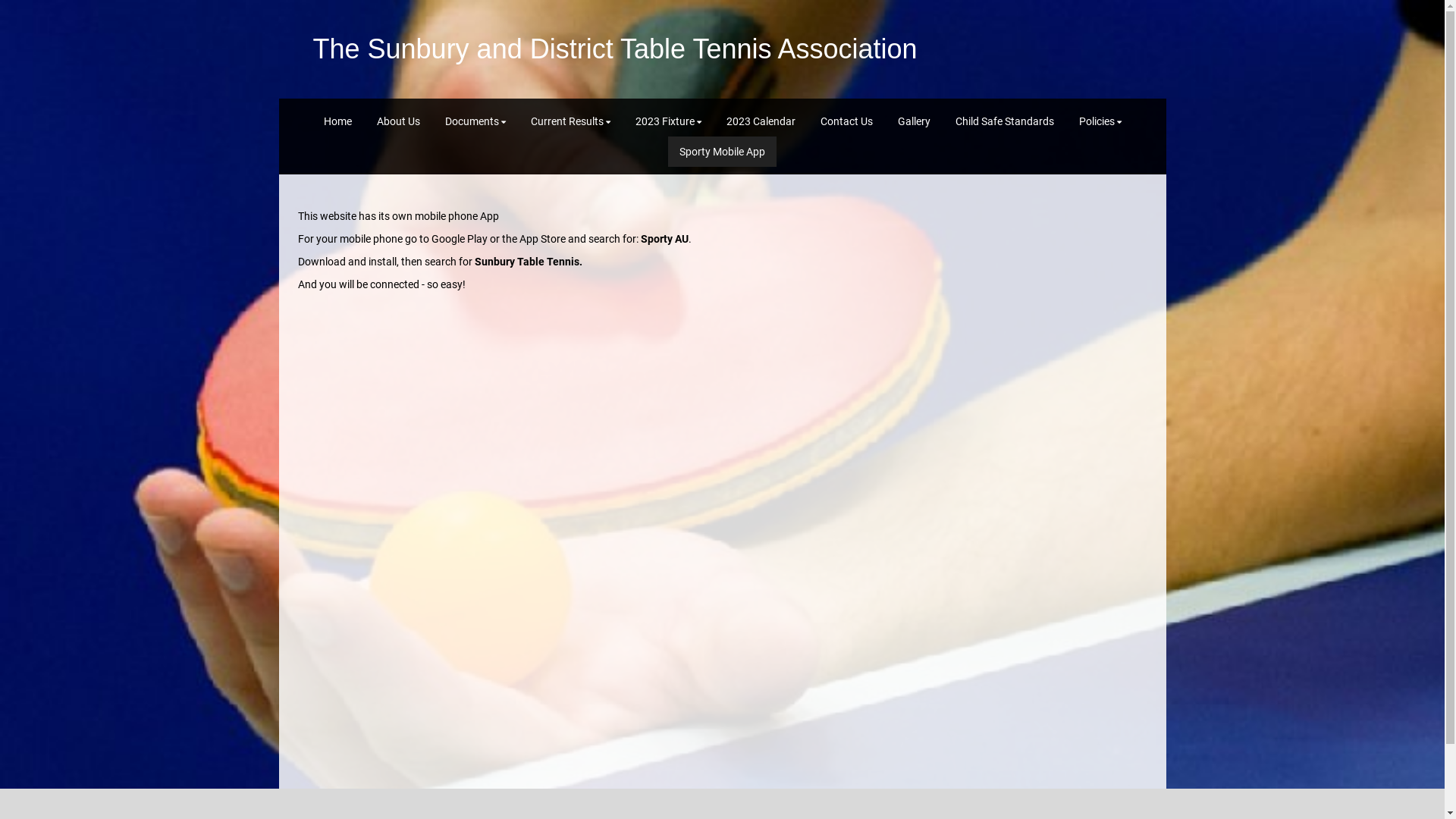  What do you see at coordinates (475, 120) in the screenshot?
I see `'Documents'` at bounding box center [475, 120].